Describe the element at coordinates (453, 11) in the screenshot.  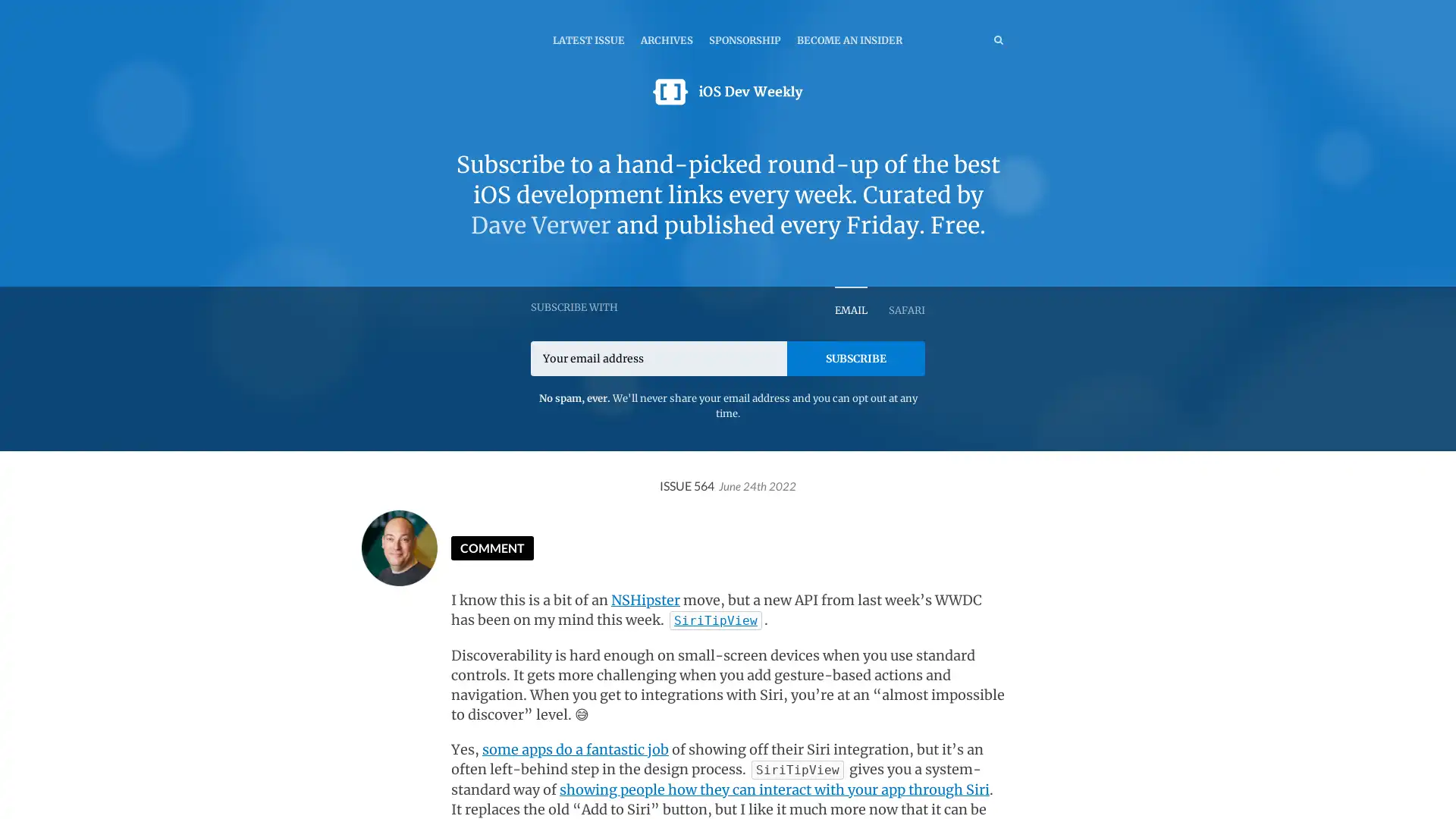
I see `TOGGLE MENU` at that location.